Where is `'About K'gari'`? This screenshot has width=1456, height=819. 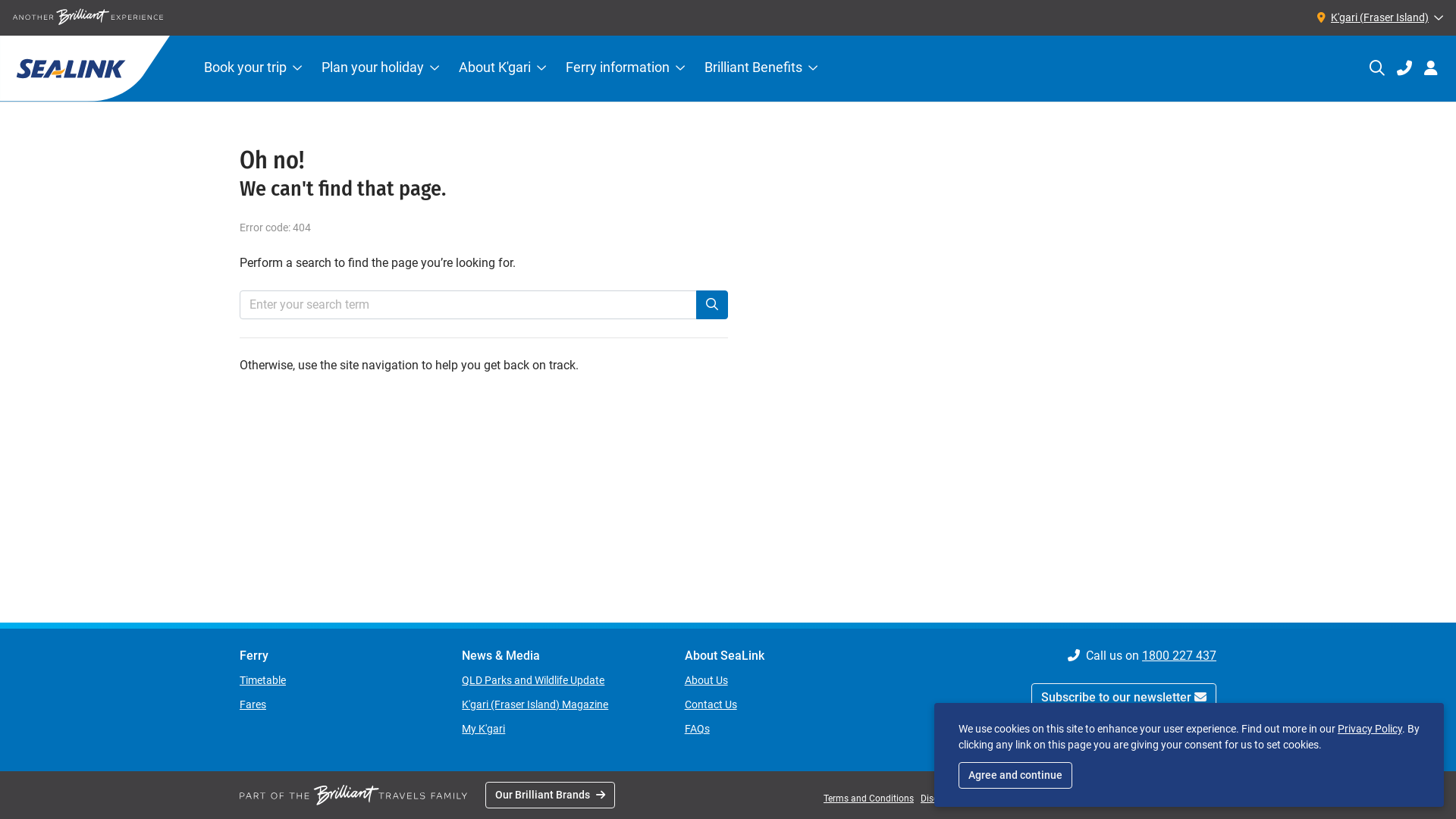 'About K'gari' is located at coordinates (502, 68).